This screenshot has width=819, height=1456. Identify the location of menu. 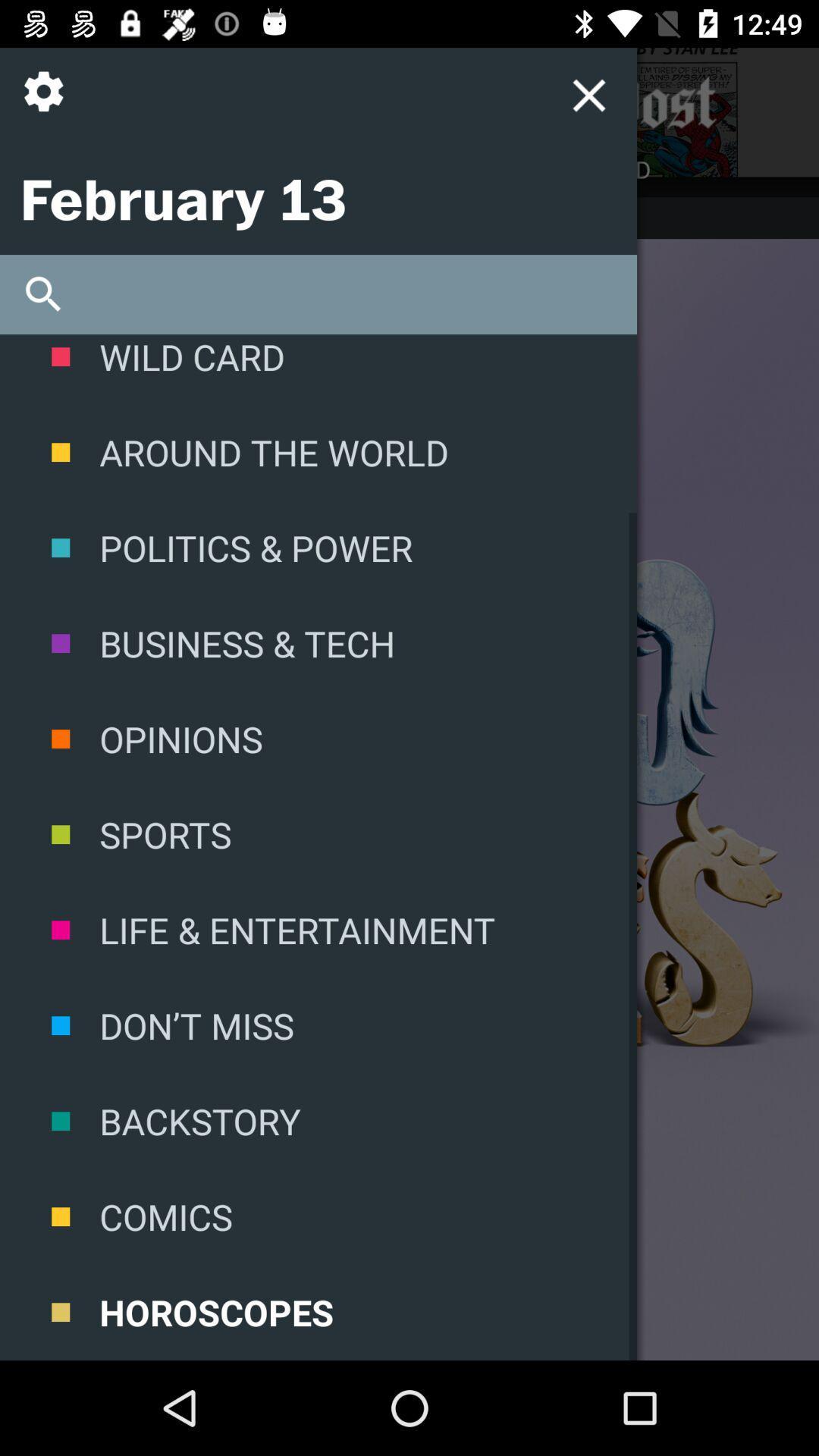
(588, 94).